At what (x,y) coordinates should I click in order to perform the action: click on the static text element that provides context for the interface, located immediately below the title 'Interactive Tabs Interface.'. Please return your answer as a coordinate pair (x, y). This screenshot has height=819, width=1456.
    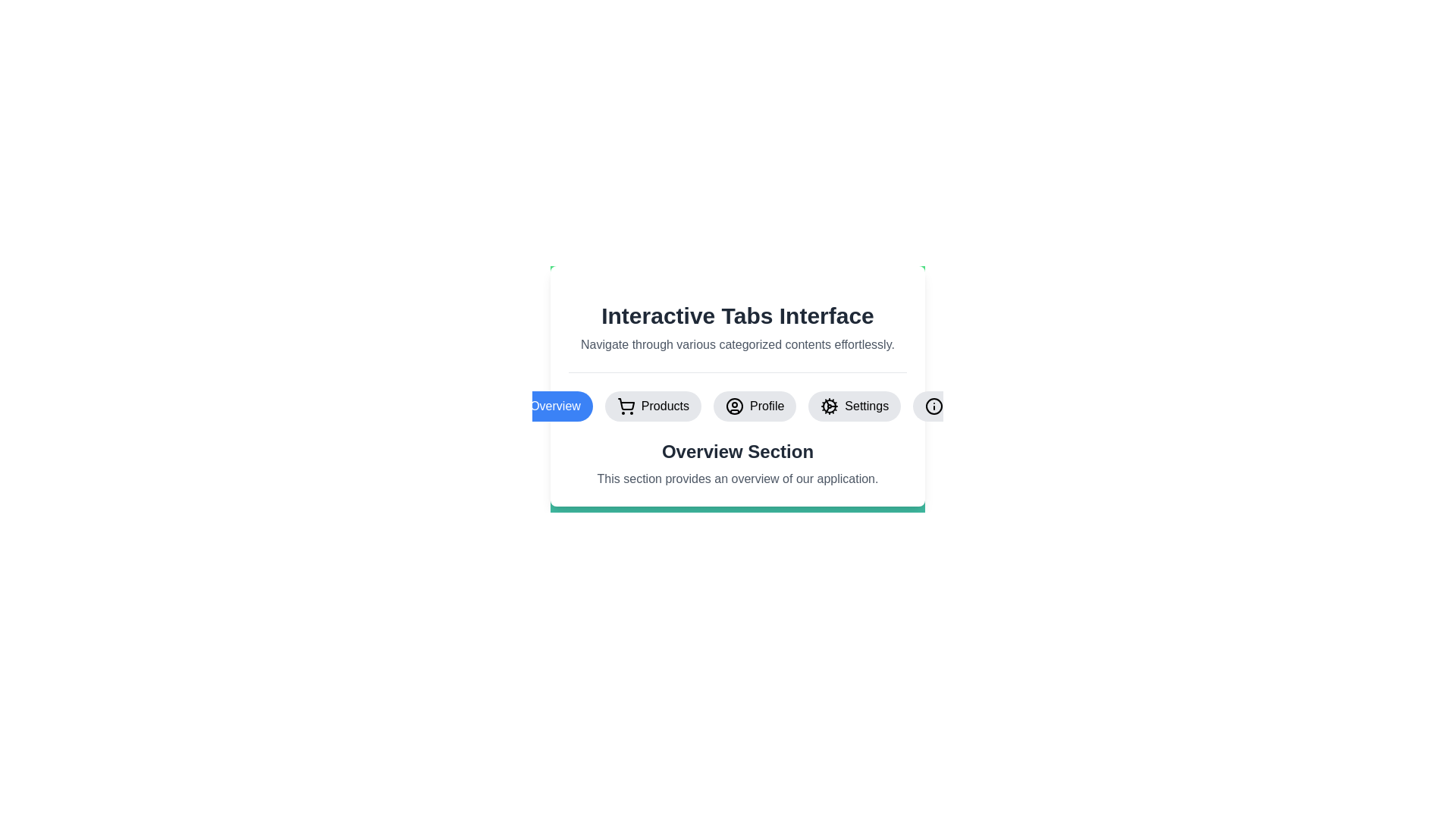
    Looking at the image, I should click on (738, 345).